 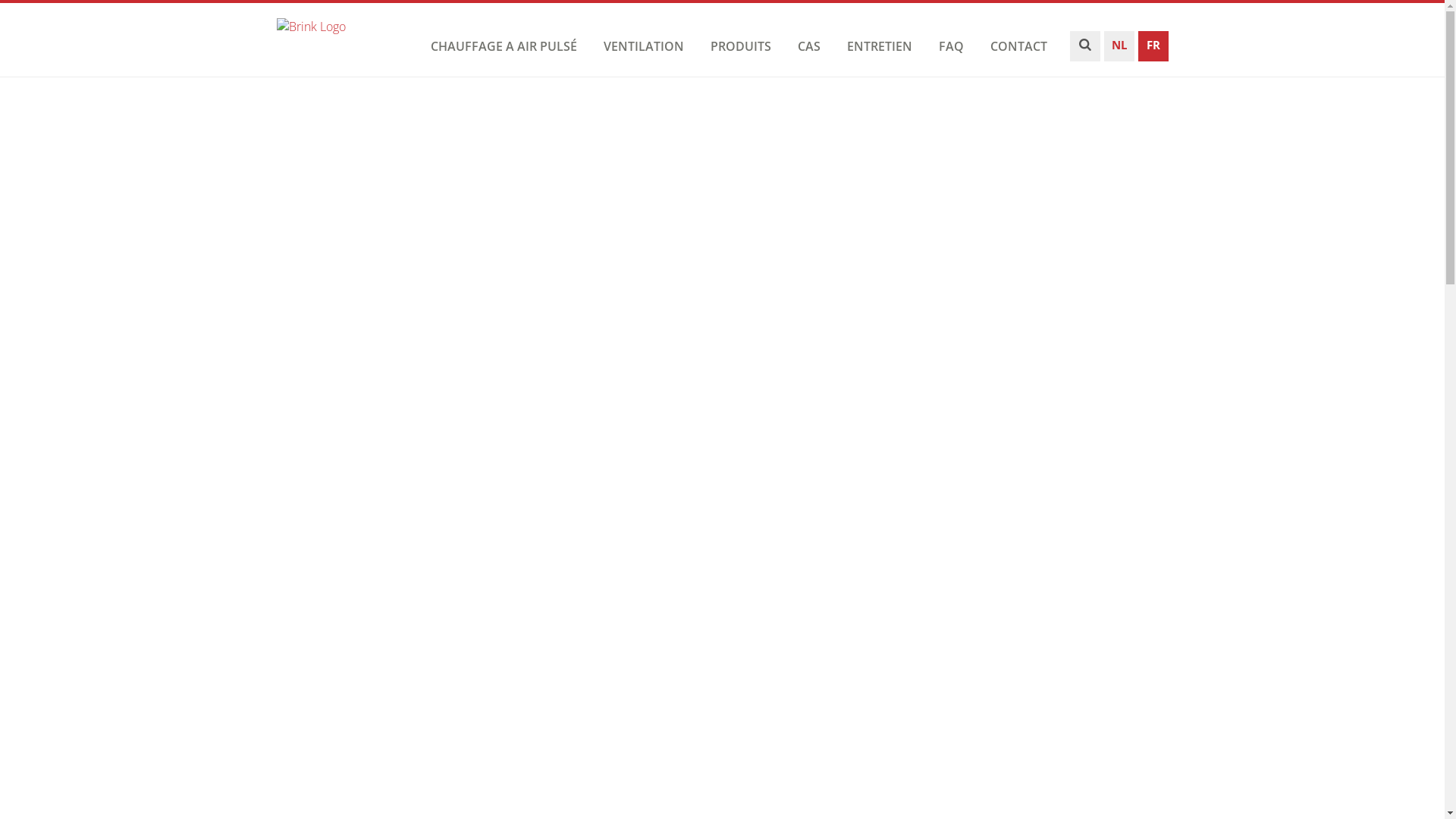 I want to click on 'FR', so click(x=1137, y=49).